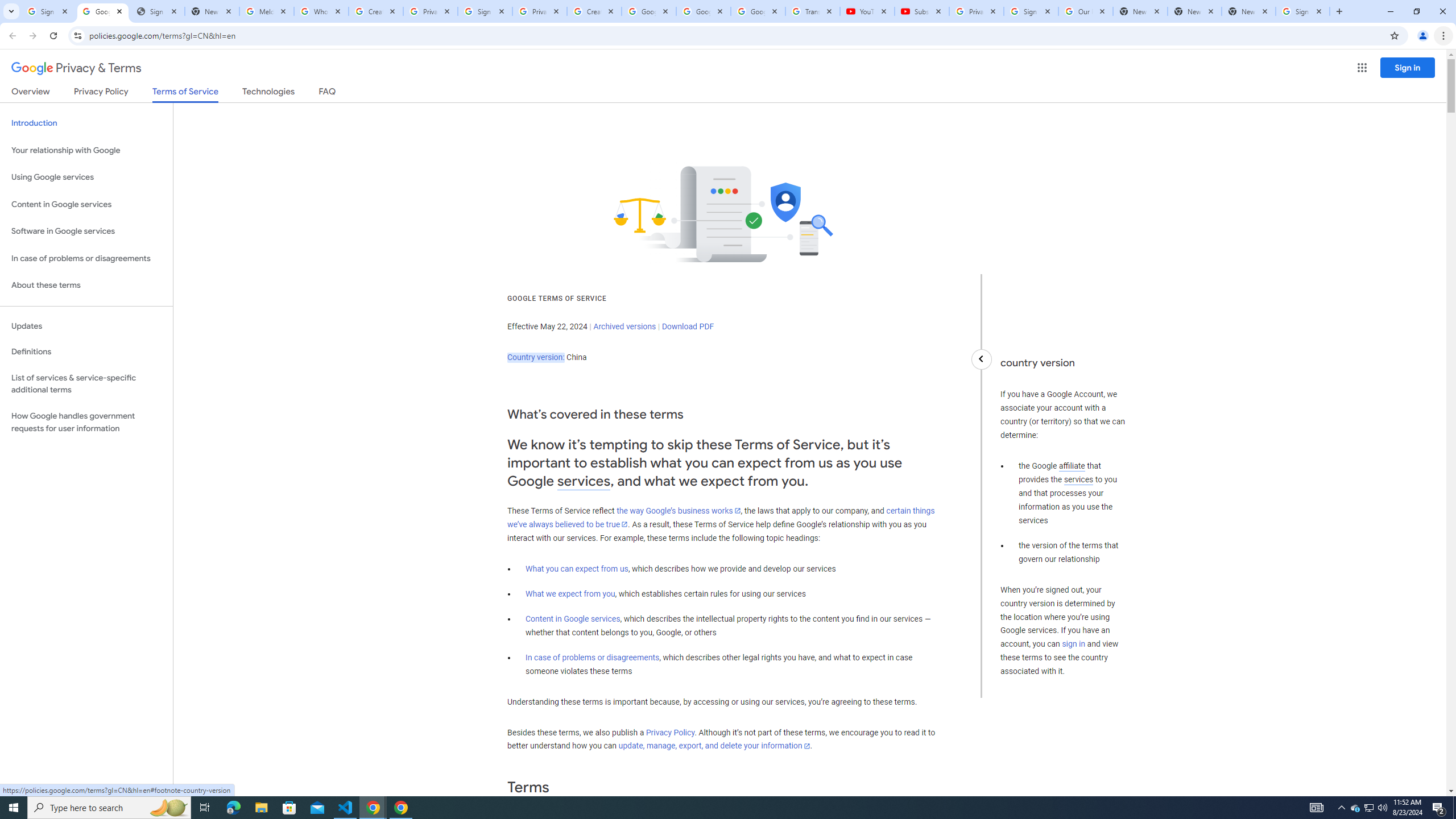 The width and height of the screenshot is (1456, 819). What do you see at coordinates (1071, 466) in the screenshot?
I see `'affiliate'` at bounding box center [1071, 466].